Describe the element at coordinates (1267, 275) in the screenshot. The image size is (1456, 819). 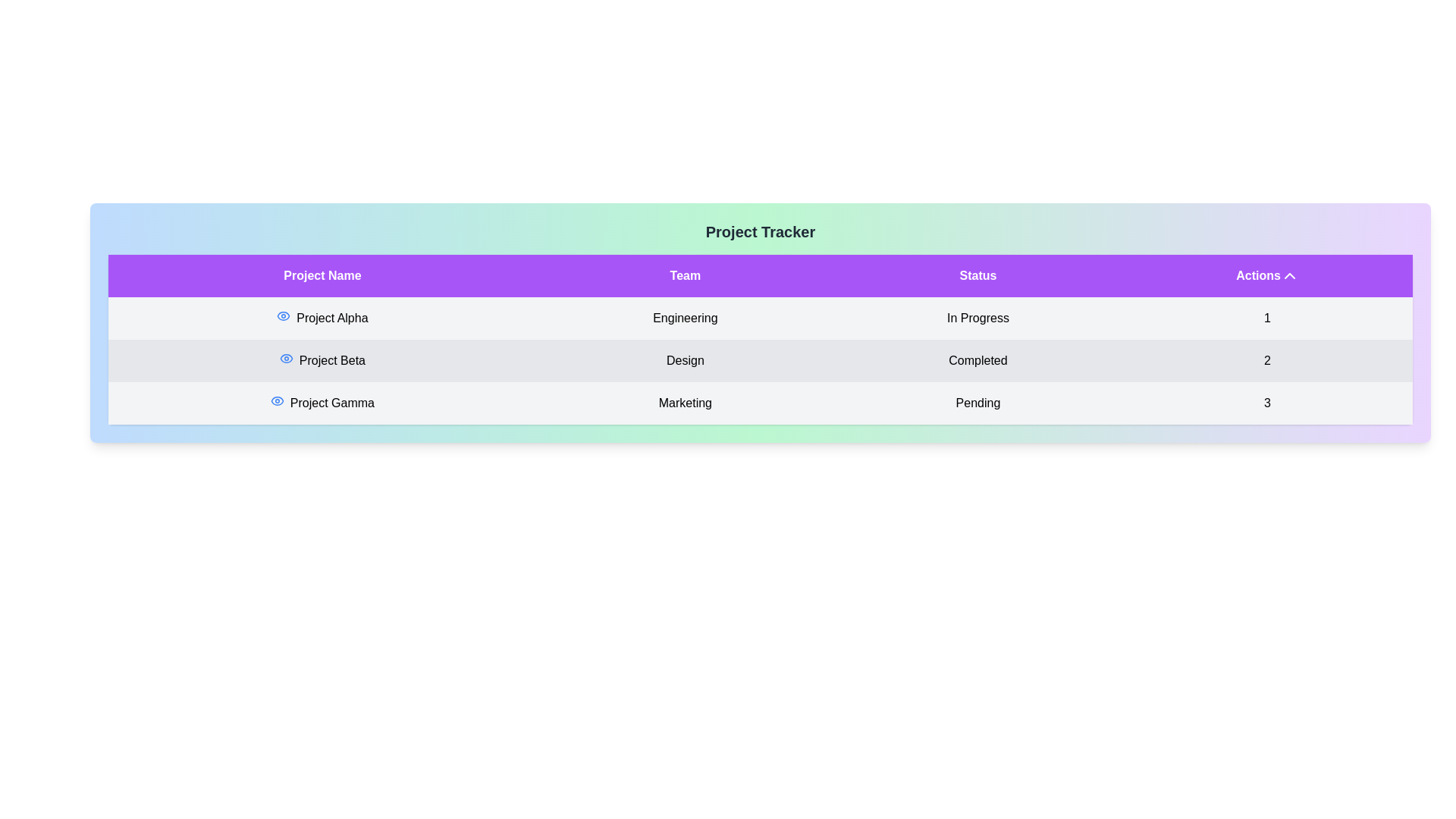
I see `the 'Actions' header to sort the table data` at that location.